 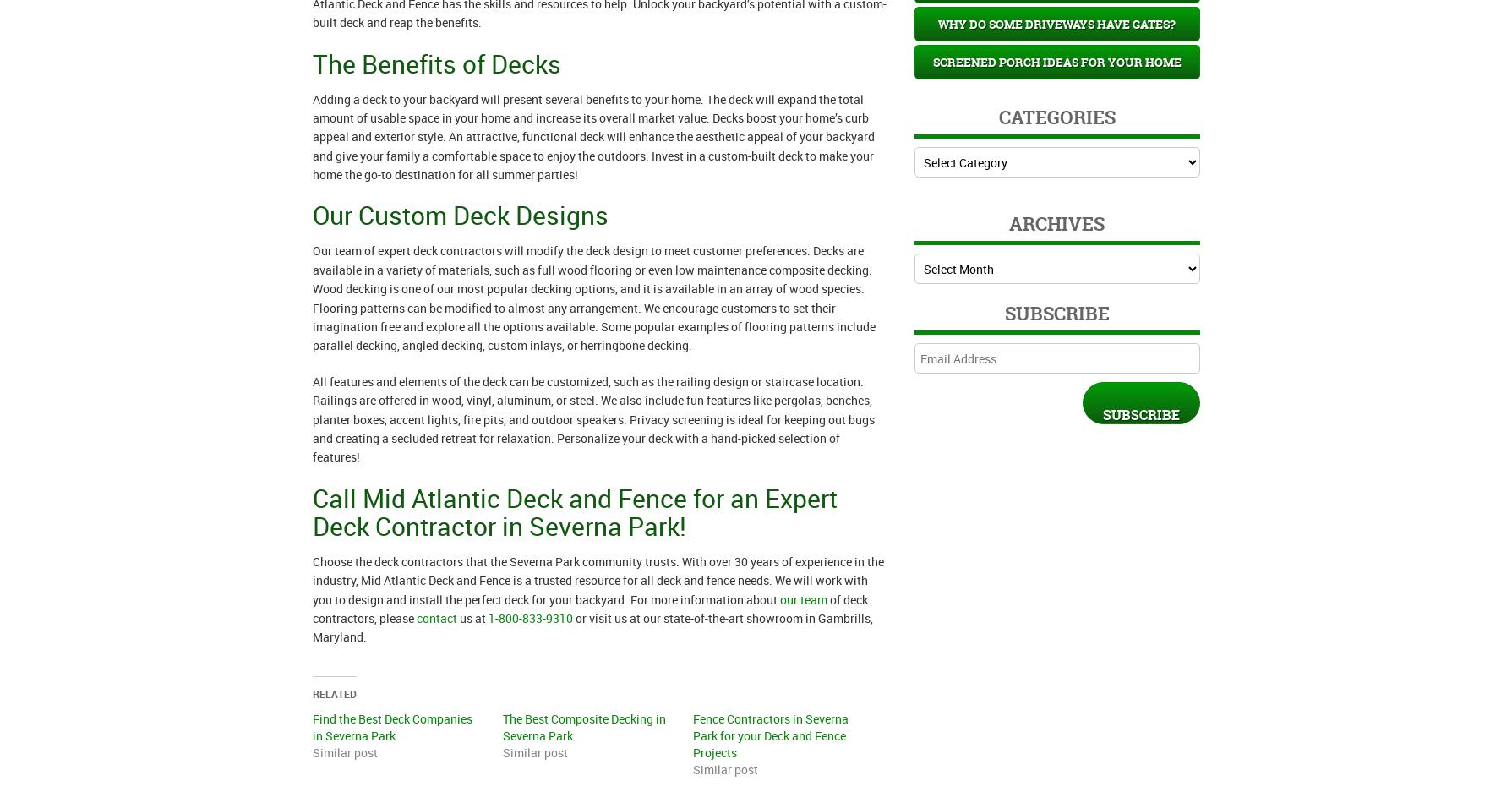 I want to click on 'our team', so click(x=801, y=598).